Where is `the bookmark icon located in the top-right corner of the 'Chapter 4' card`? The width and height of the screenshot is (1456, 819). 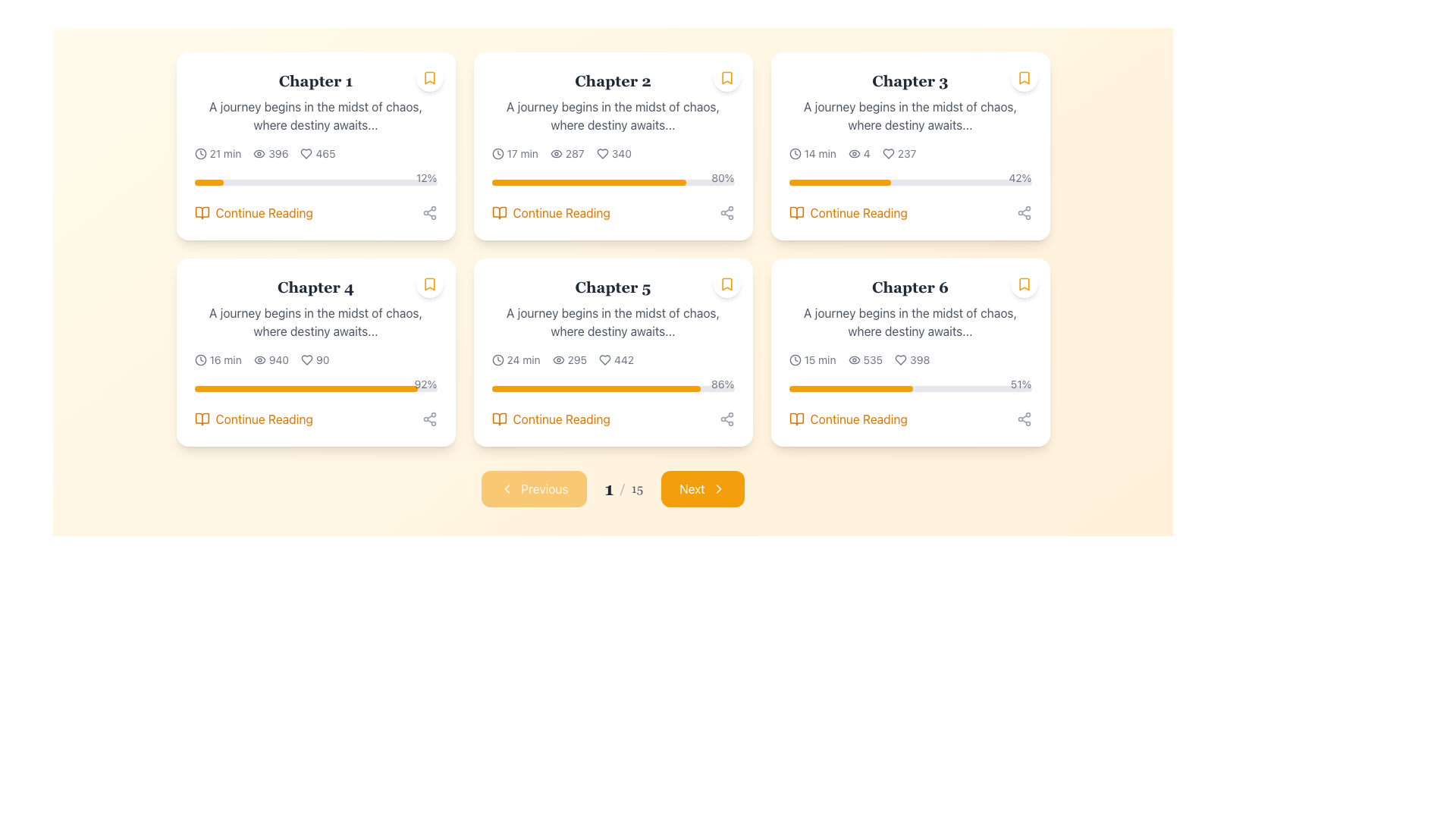
the bookmark icon located in the top-right corner of the 'Chapter 4' card is located at coordinates (428, 284).